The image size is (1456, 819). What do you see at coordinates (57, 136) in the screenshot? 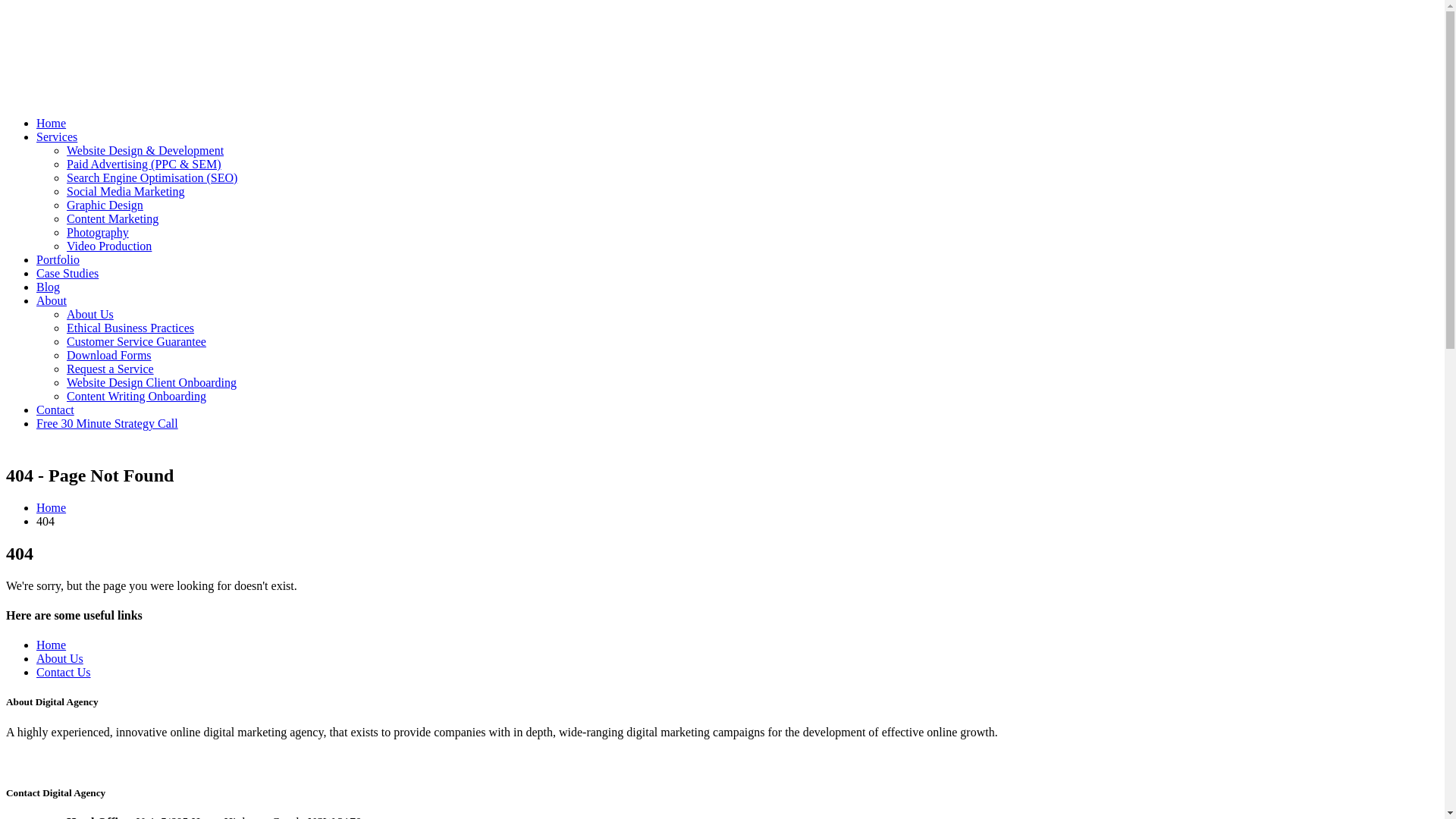
I see `'Services'` at bounding box center [57, 136].